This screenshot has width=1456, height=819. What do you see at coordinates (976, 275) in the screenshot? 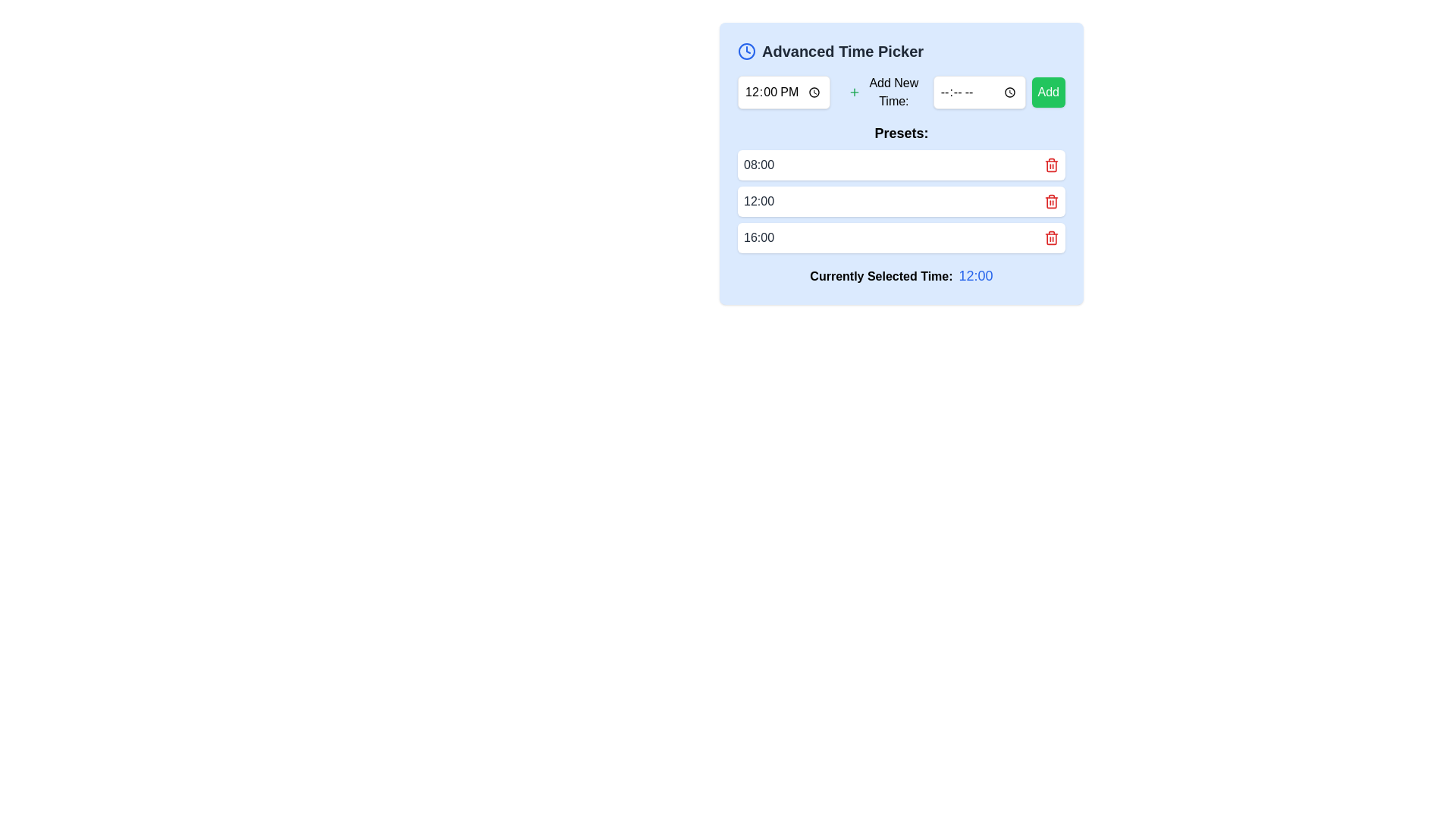
I see `the text display element showing '12:00' in bold blue font, located at the bottom right corner of the time picker interface` at bounding box center [976, 275].